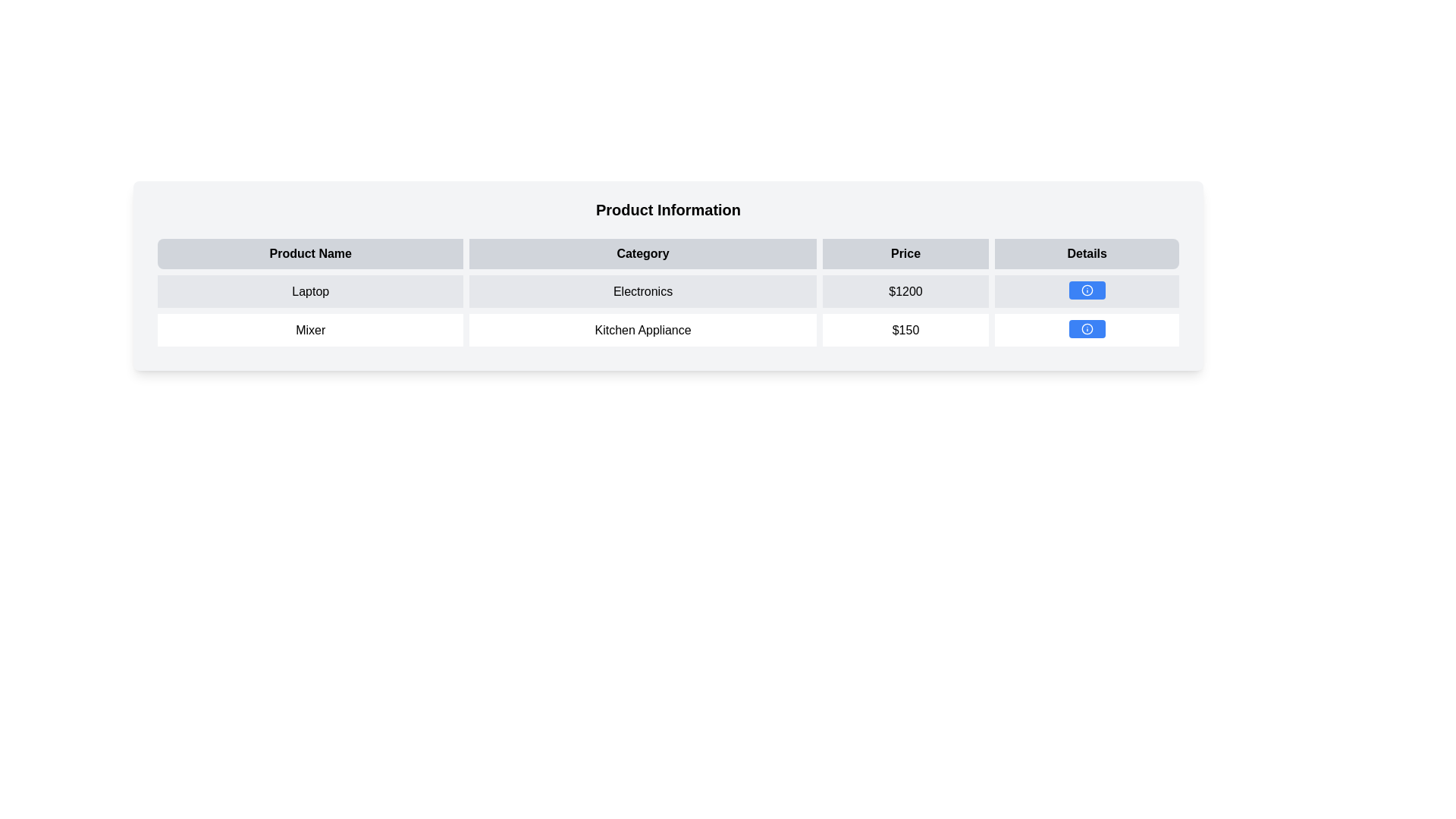  What do you see at coordinates (309, 253) in the screenshot?
I see `the Table Header Cell that serves as the header for the first column containing product names, located at the top-left corner of the table layout` at bounding box center [309, 253].